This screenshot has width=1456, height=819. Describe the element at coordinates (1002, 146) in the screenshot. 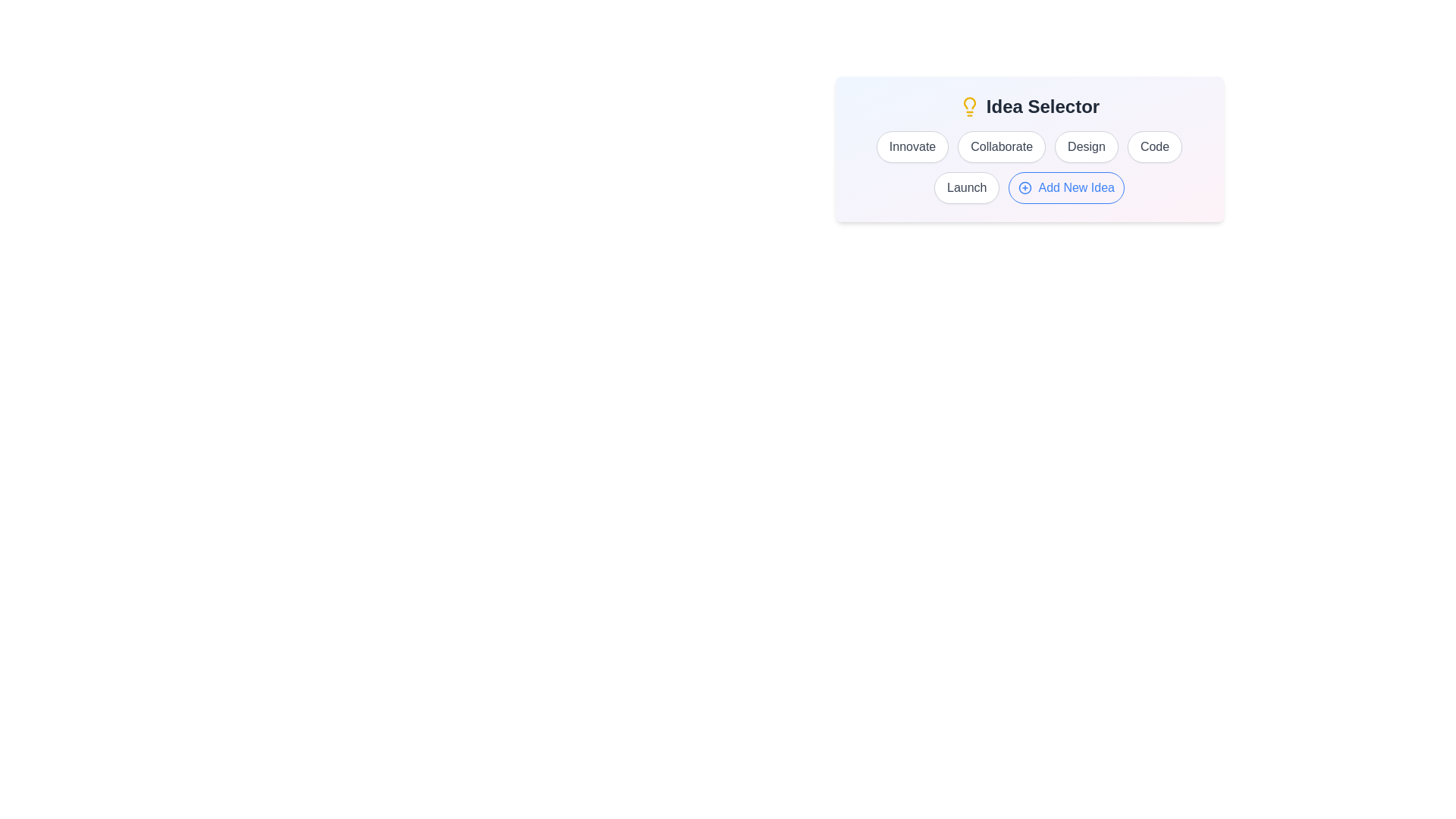

I see `the Collaborate button to observe its hover effect` at that location.